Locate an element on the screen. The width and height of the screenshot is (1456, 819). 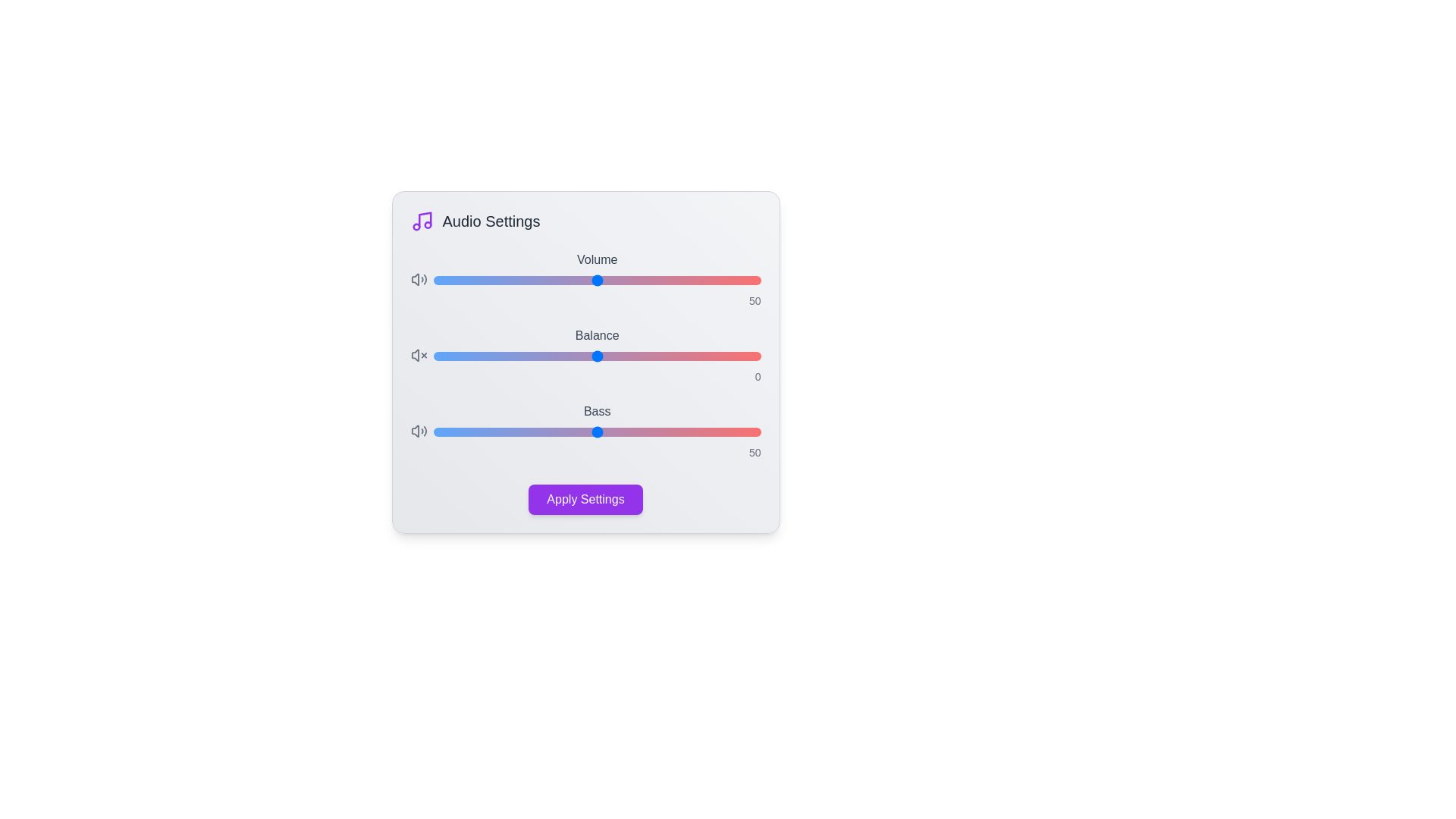
the 'Bass' slider to 22 is located at coordinates (505, 432).